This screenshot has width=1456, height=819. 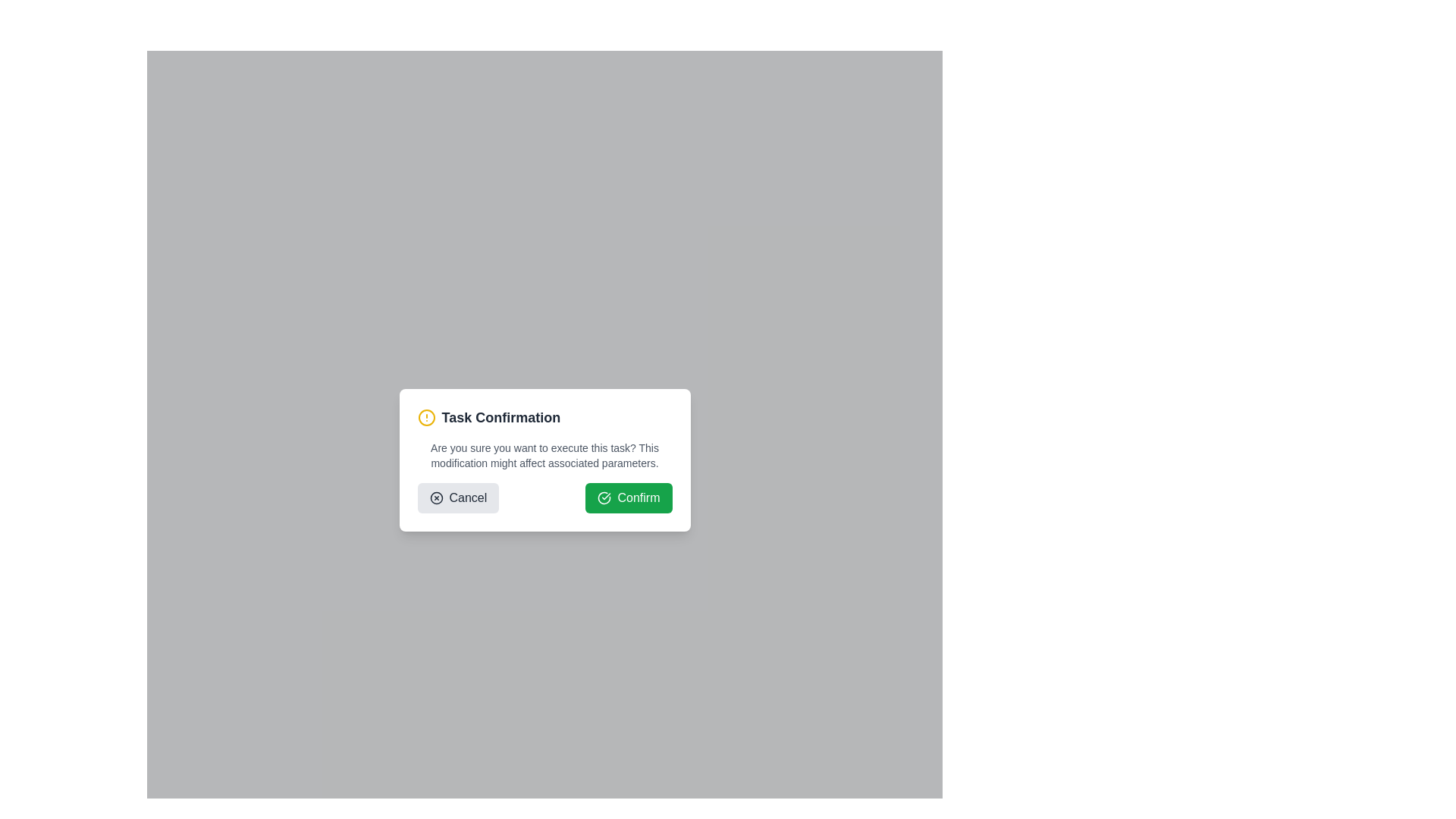 What do you see at coordinates (544, 455) in the screenshot?
I see `confirmation details from the Text label located in the dialog box that follows the title 'Task Confirmation'` at bounding box center [544, 455].